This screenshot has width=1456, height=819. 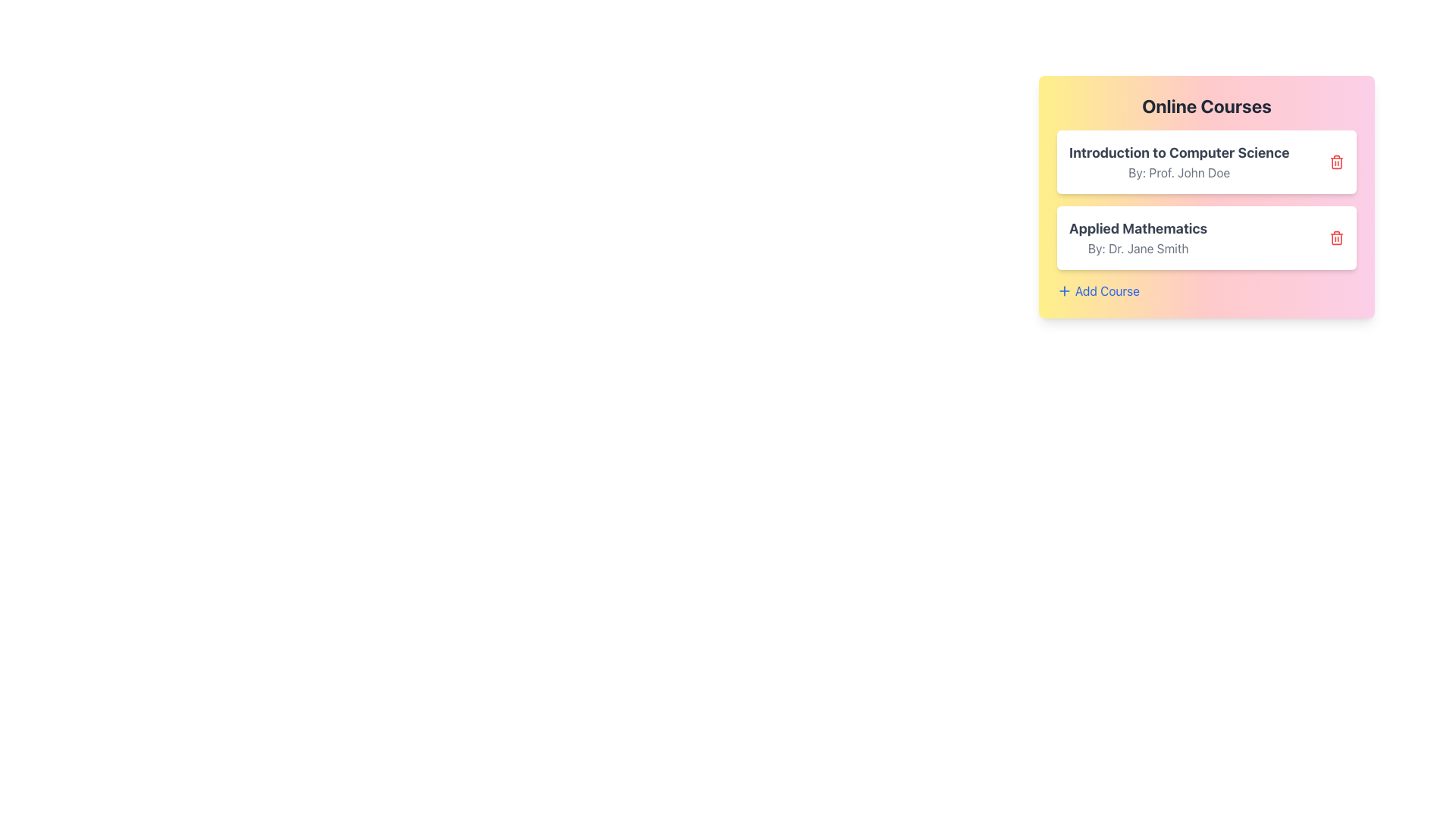 I want to click on displayed text 'Applied Mathematics' from the Text Label located at the top of the card under 'Online Courses.', so click(x=1138, y=228).